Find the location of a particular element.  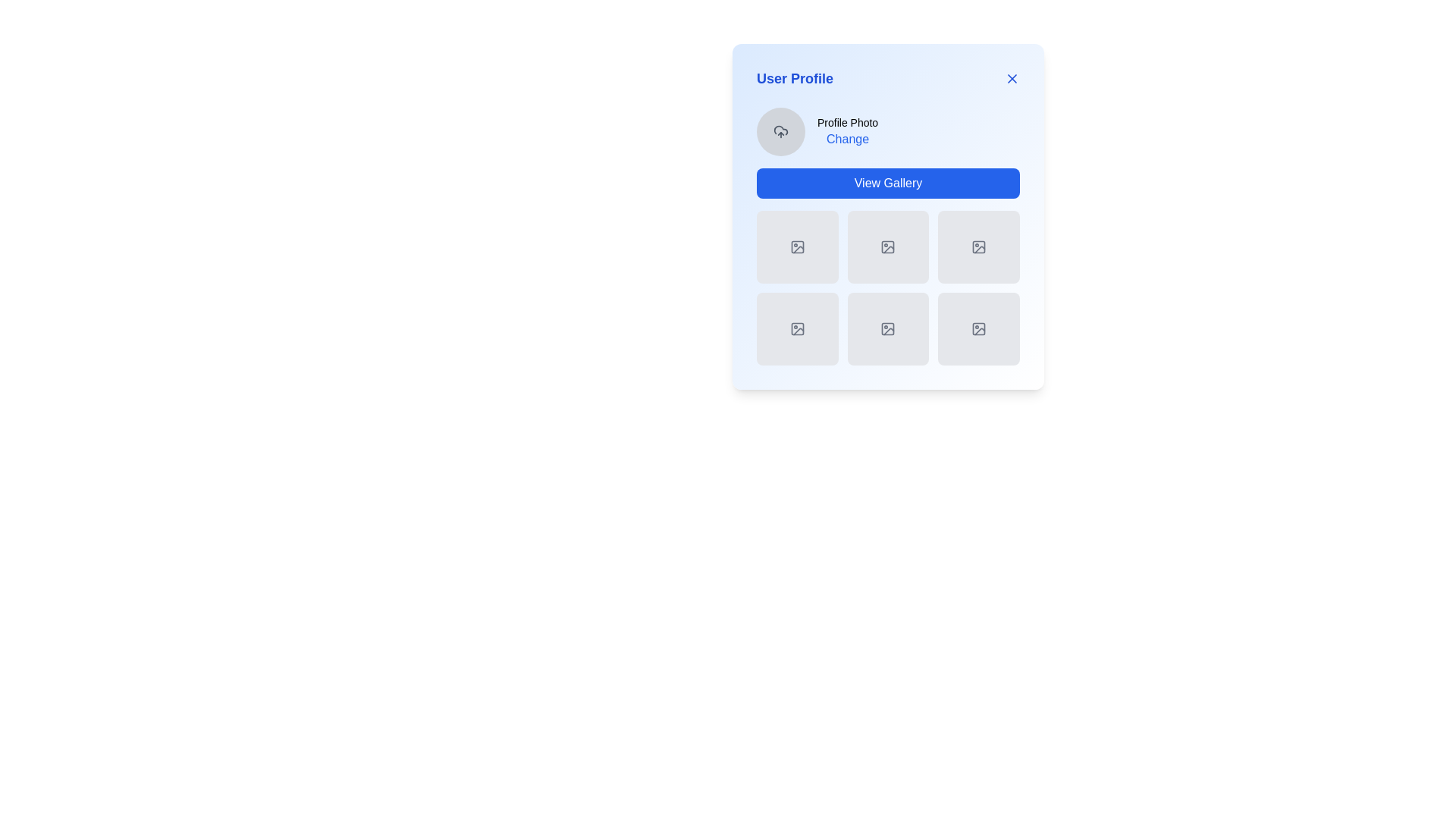

the small rectangle with slightly rounded corners located in the lower-most row of a 3x2 grid of containers, which is part of an SVG-based icon representing an image, below the 'View Gallery' button in the 'User Profile' dialog box is located at coordinates (888, 328).